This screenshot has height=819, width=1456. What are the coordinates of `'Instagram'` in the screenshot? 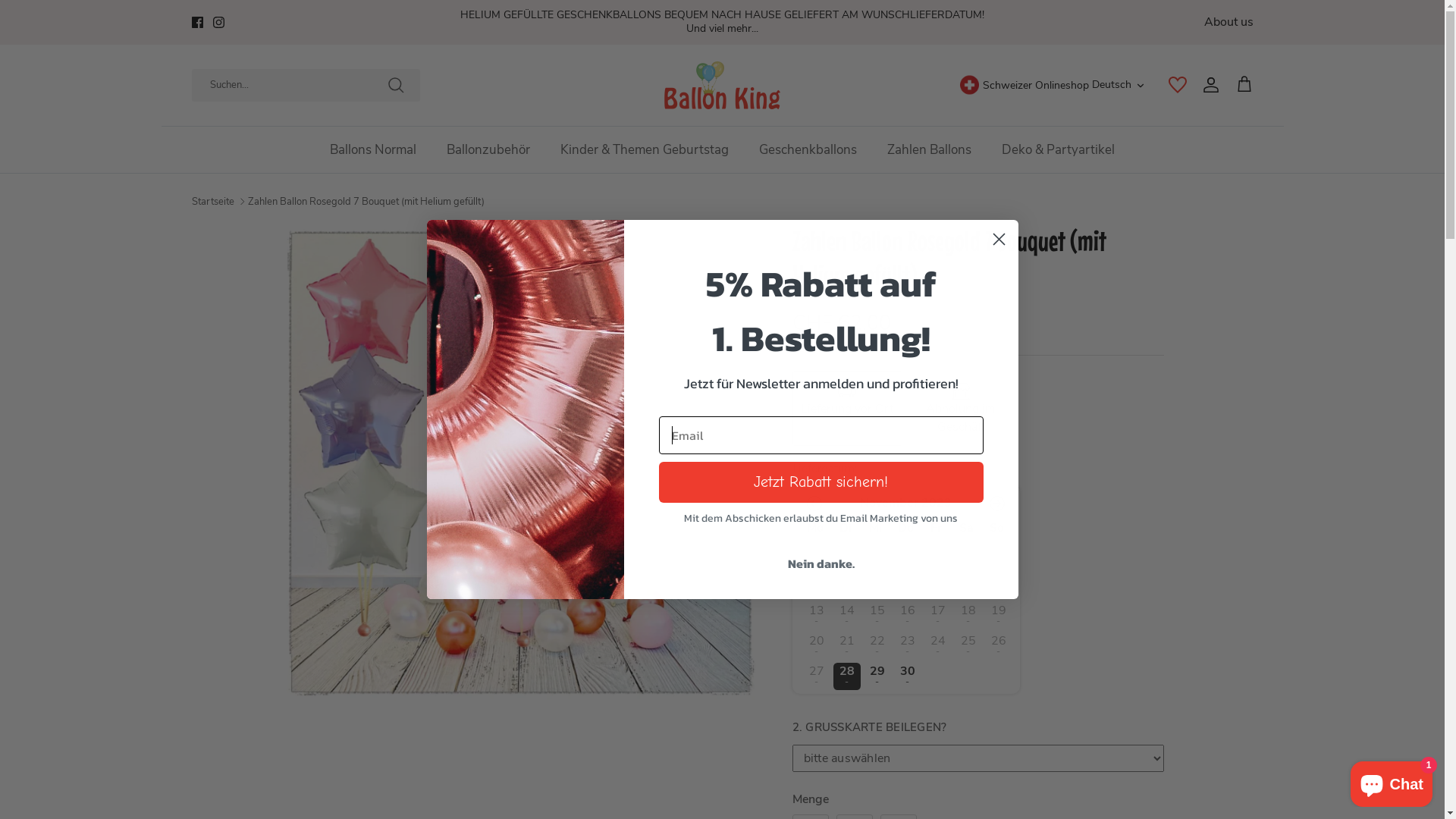 It's located at (217, 22).